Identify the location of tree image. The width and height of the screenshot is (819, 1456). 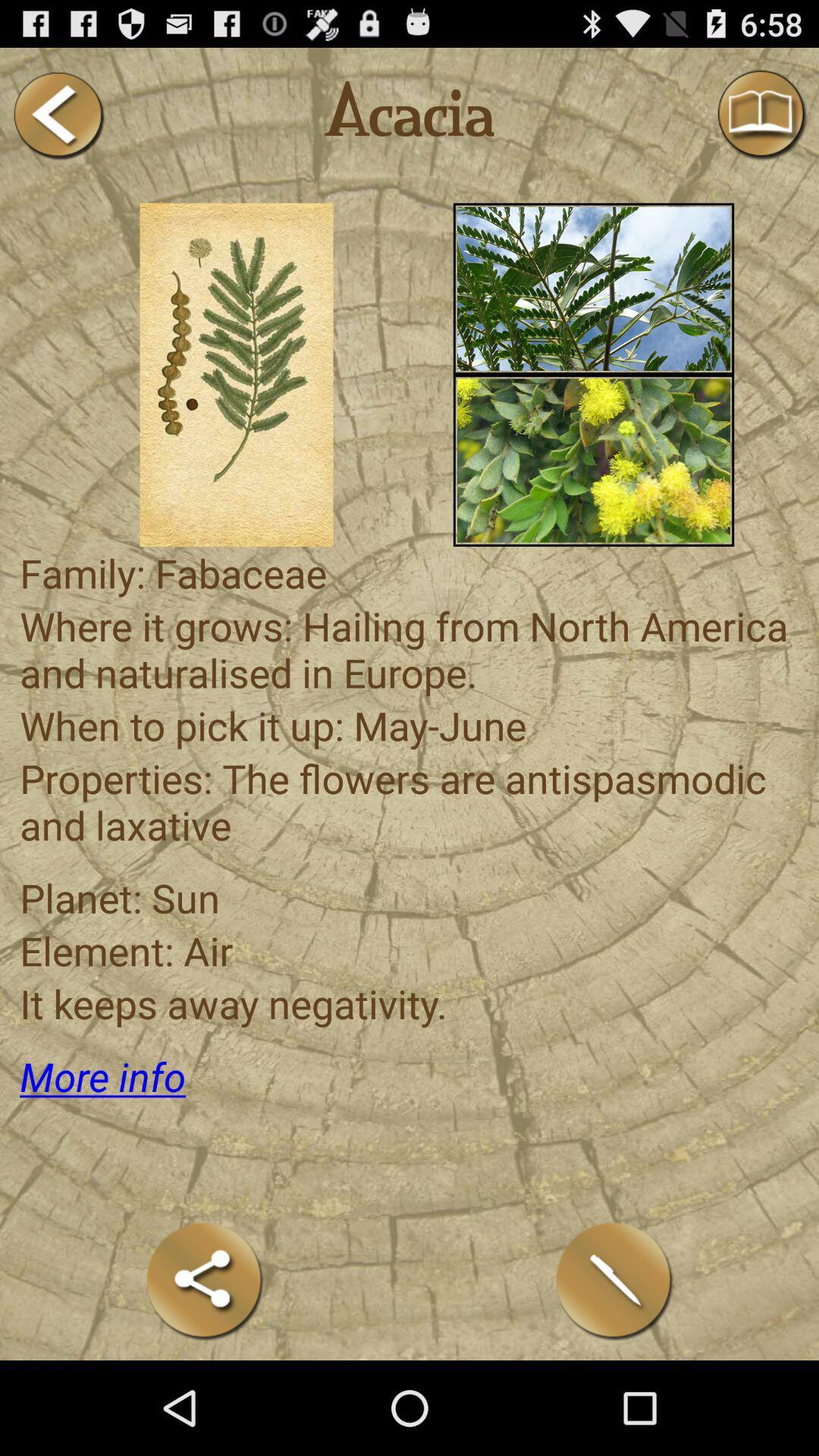
(593, 288).